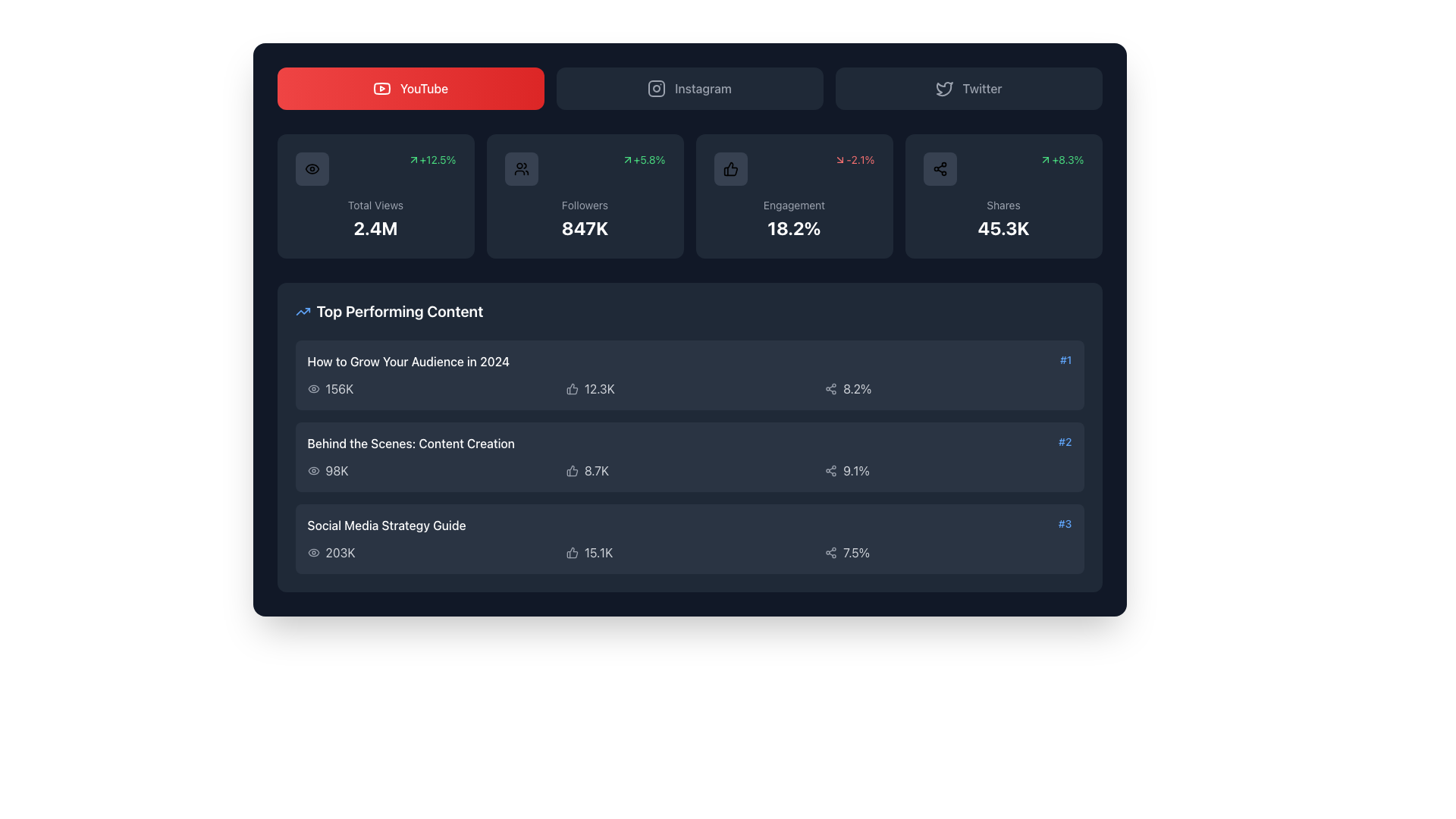  What do you see at coordinates (1064, 441) in the screenshot?
I see `the text label displaying '#2', which is a small blue font label positioned to the far right, adjacent to '#1' and before '#3'` at bounding box center [1064, 441].